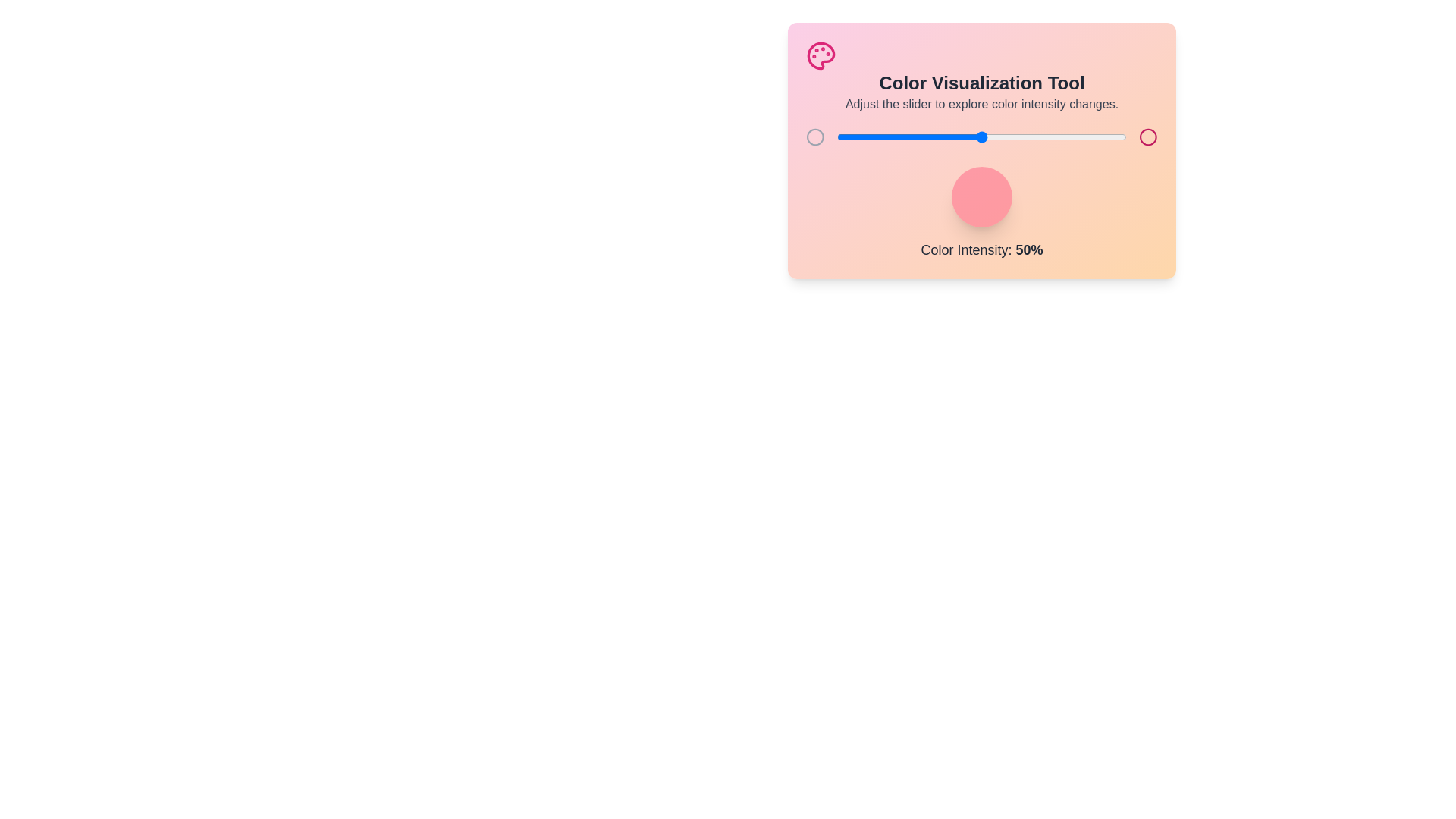 Image resolution: width=1456 pixels, height=819 pixels. I want to click on the right circular icon beside the slider, so click(1148, 137).